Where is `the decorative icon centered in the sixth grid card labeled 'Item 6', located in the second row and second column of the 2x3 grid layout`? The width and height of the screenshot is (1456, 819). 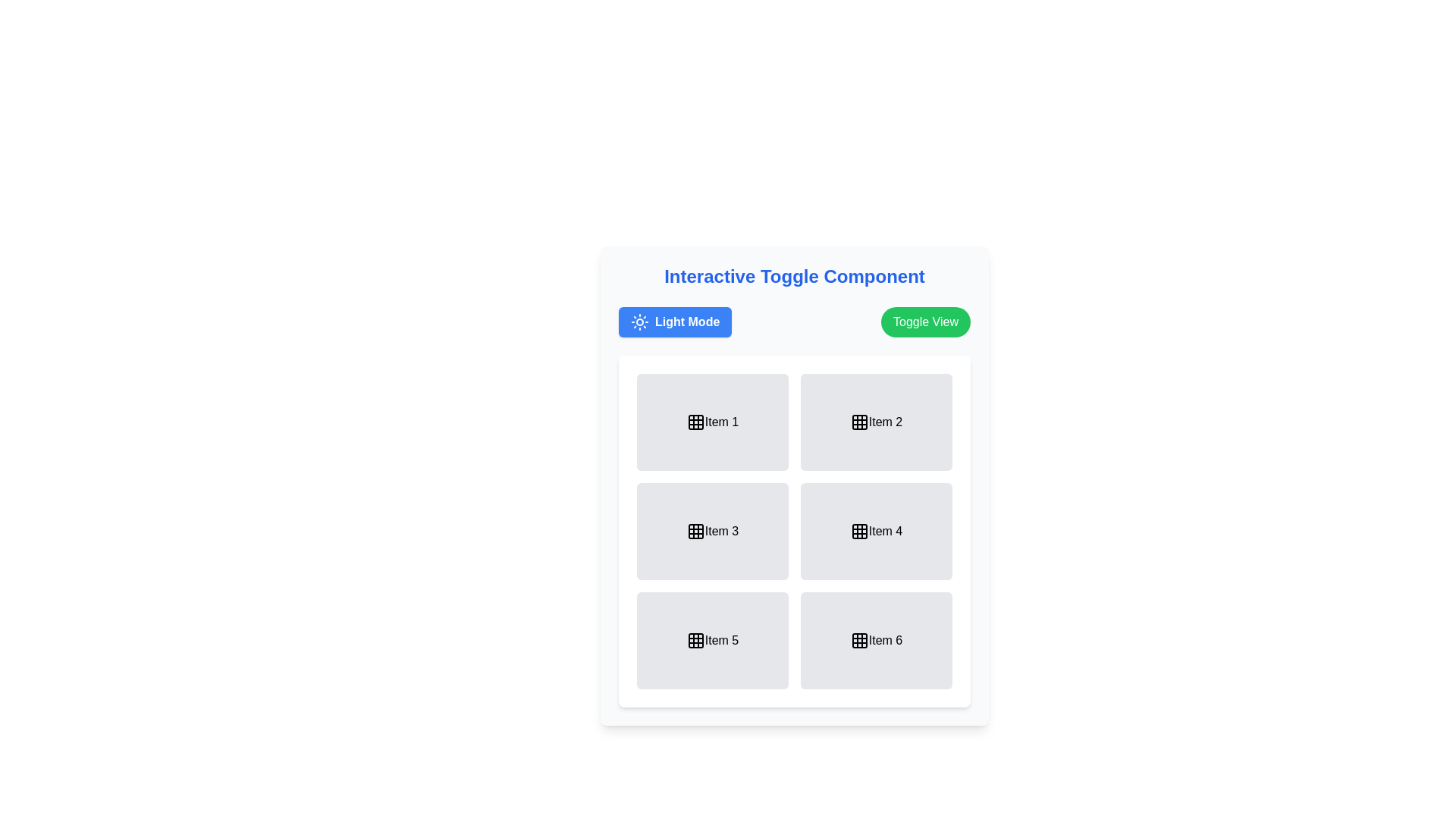 the decorative icon centered in the sixth grid card labeled 'Item 6', located in the second row and second column of the 2x3 grid layout is located at coordinates (859, 640).